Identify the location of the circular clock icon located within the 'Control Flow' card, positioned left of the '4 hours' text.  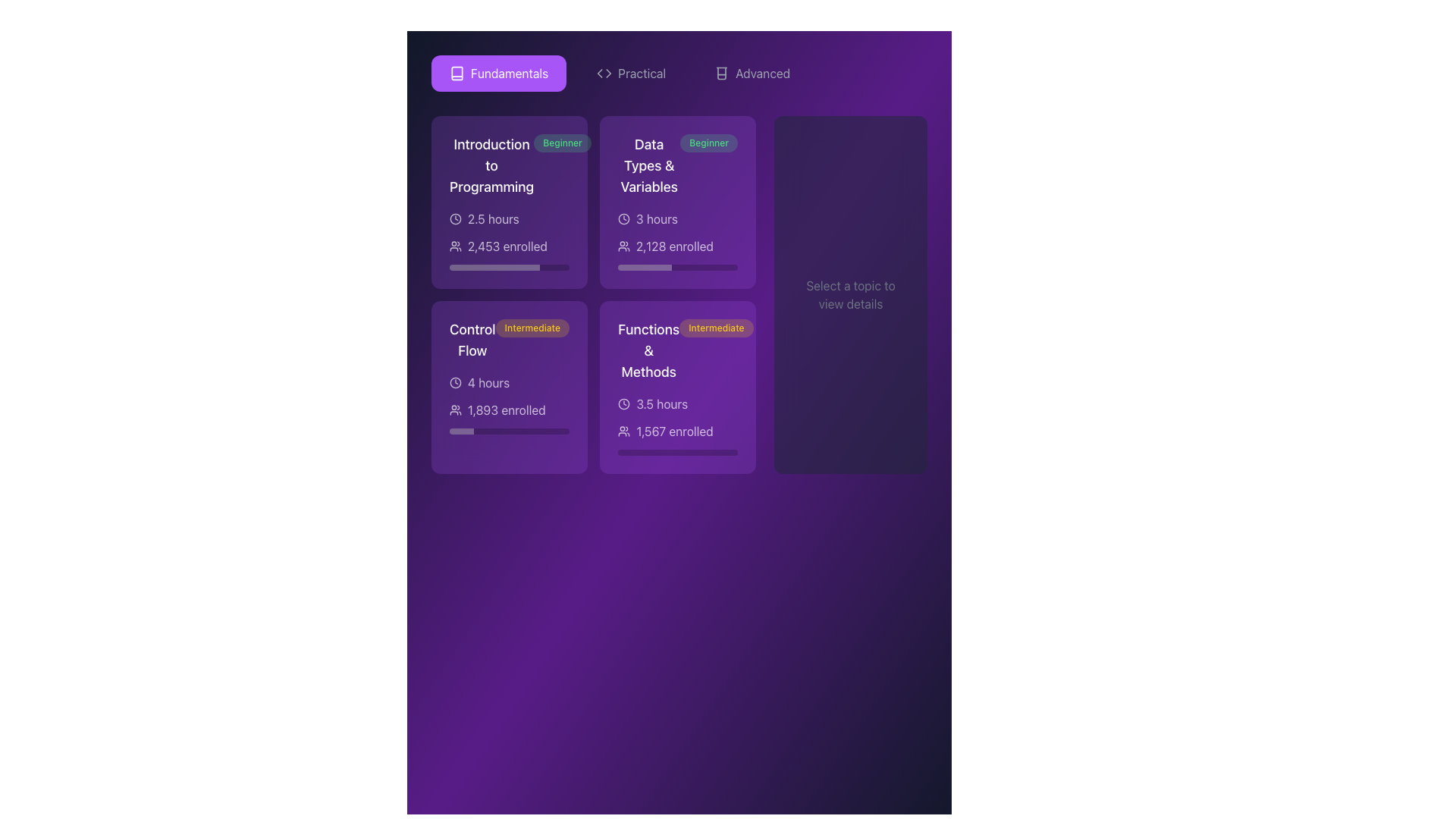
(454, 382).